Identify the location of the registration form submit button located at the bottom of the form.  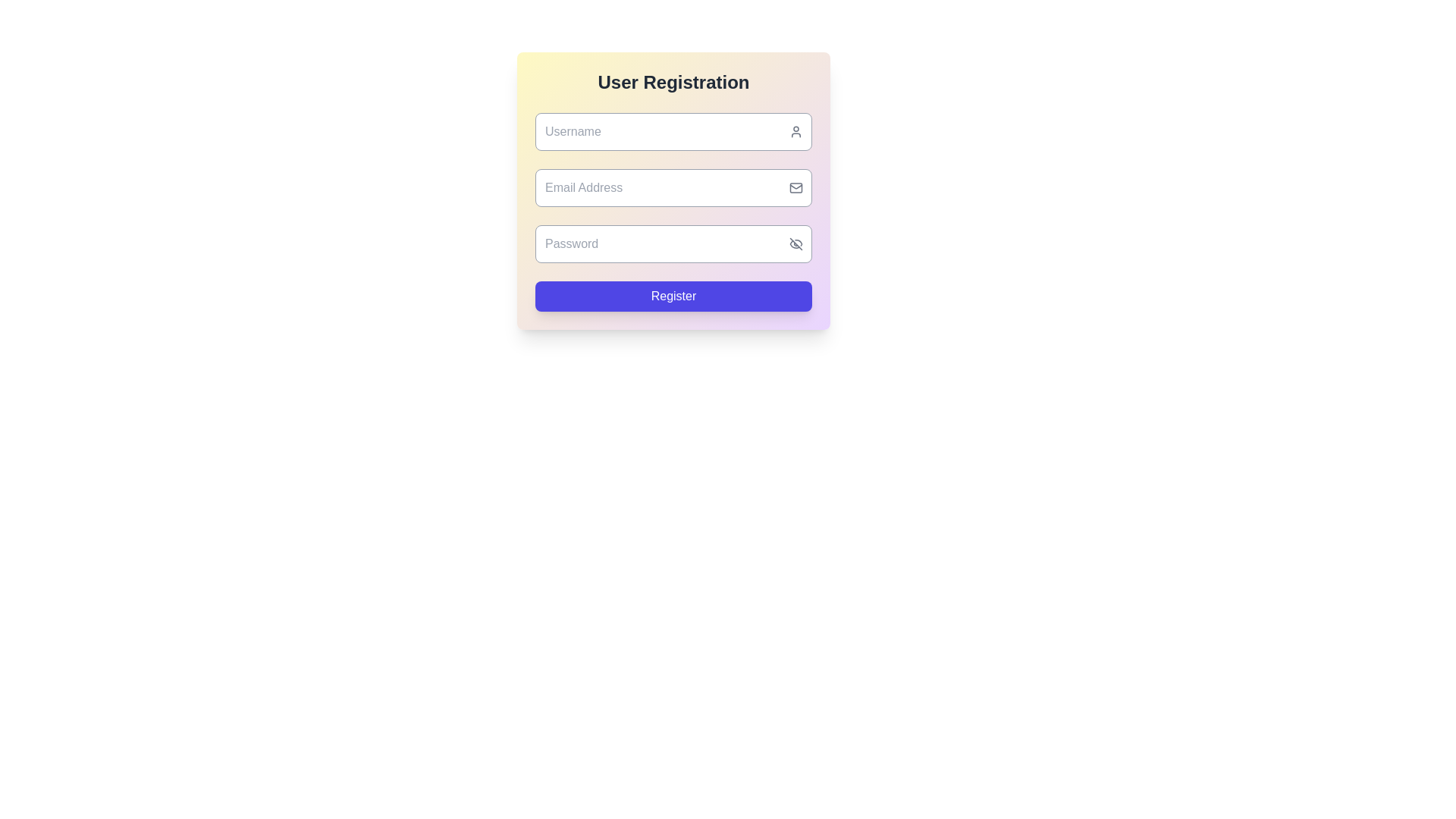
(673, 296).